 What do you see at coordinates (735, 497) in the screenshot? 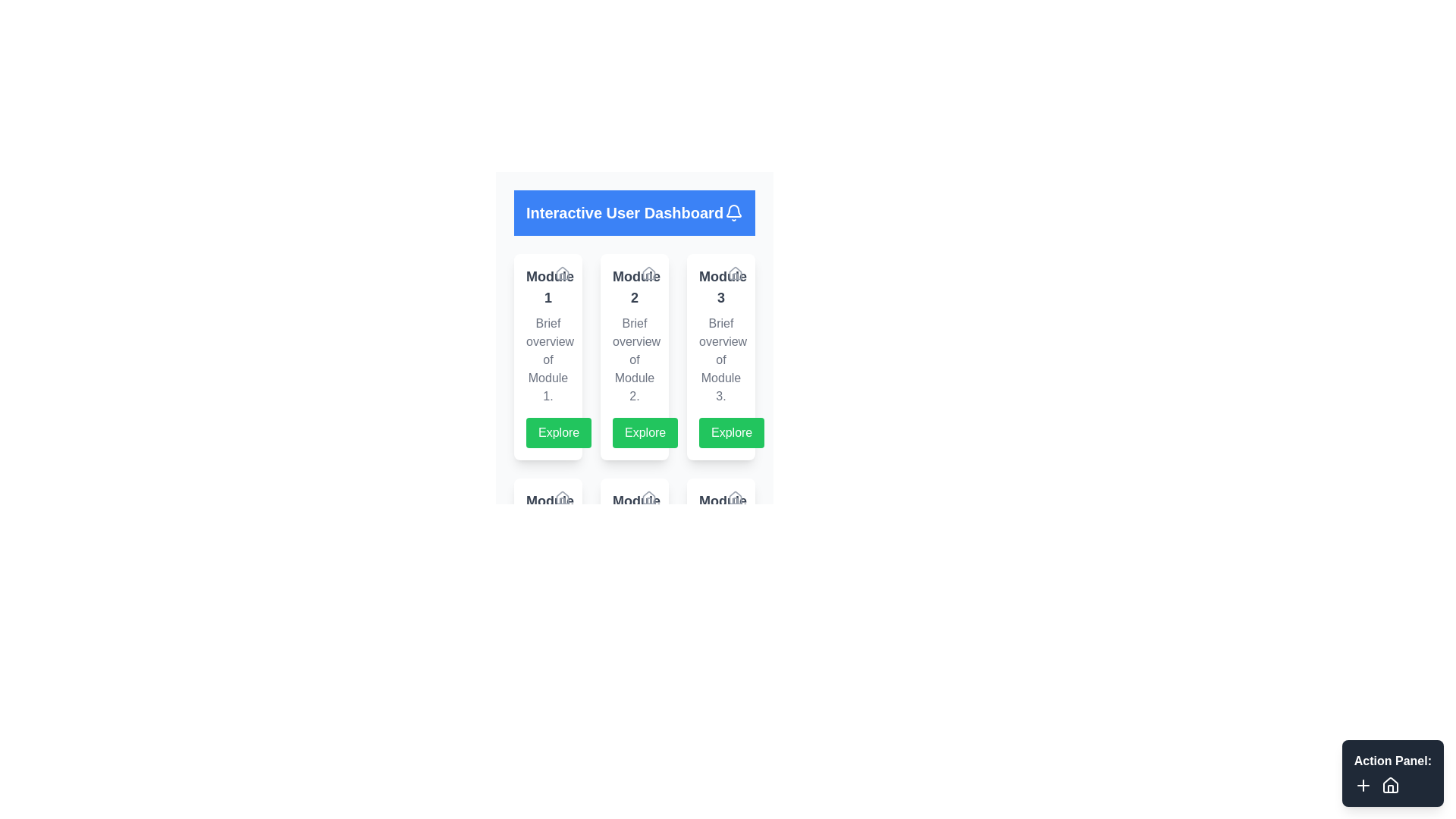
I see `the SVG icon representing a house located in the top-right corner of the 'Module 6' card for interaction` at bounding box center [735, 497].